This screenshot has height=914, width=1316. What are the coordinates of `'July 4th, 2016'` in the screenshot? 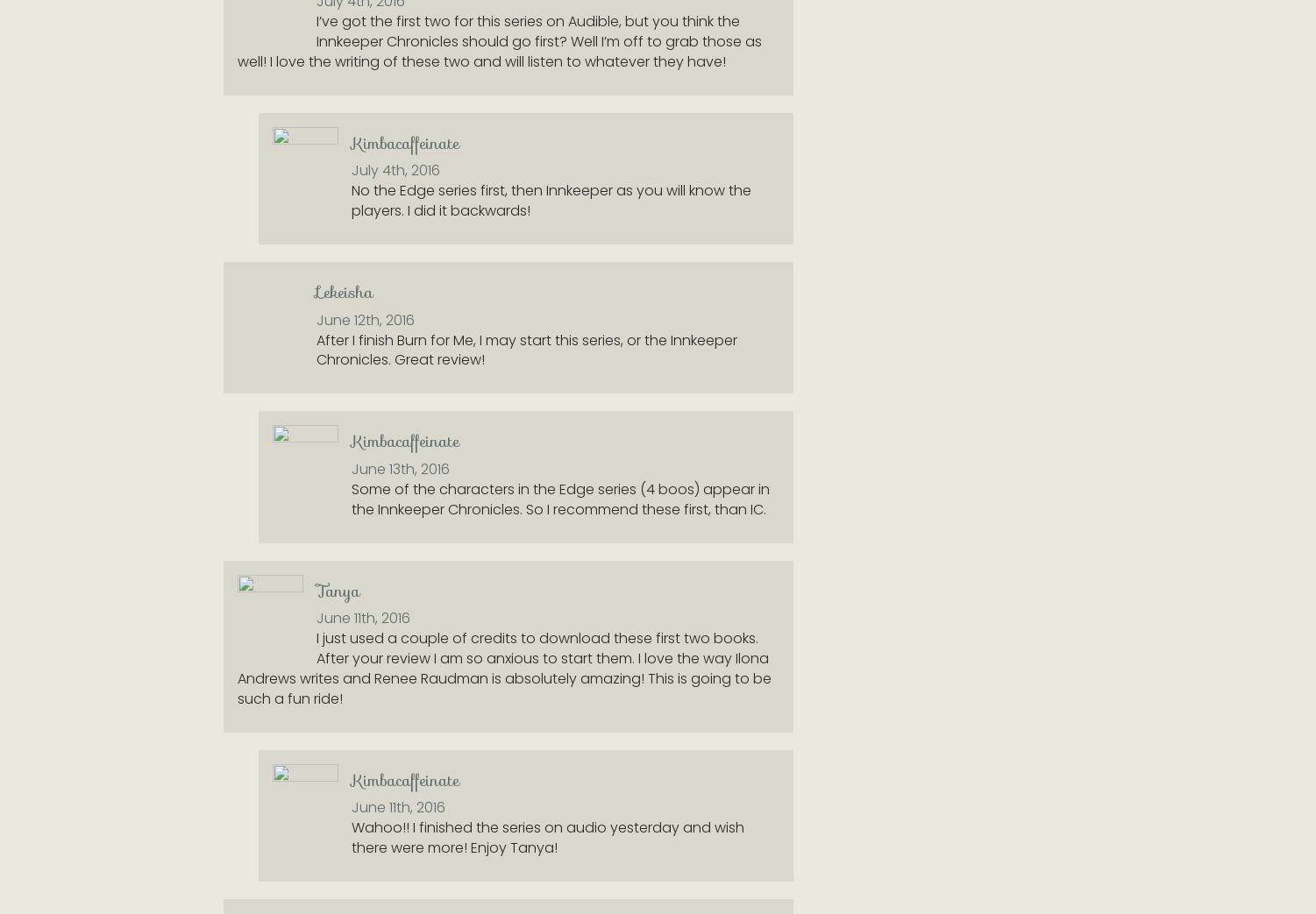 It's located at (395, 169).